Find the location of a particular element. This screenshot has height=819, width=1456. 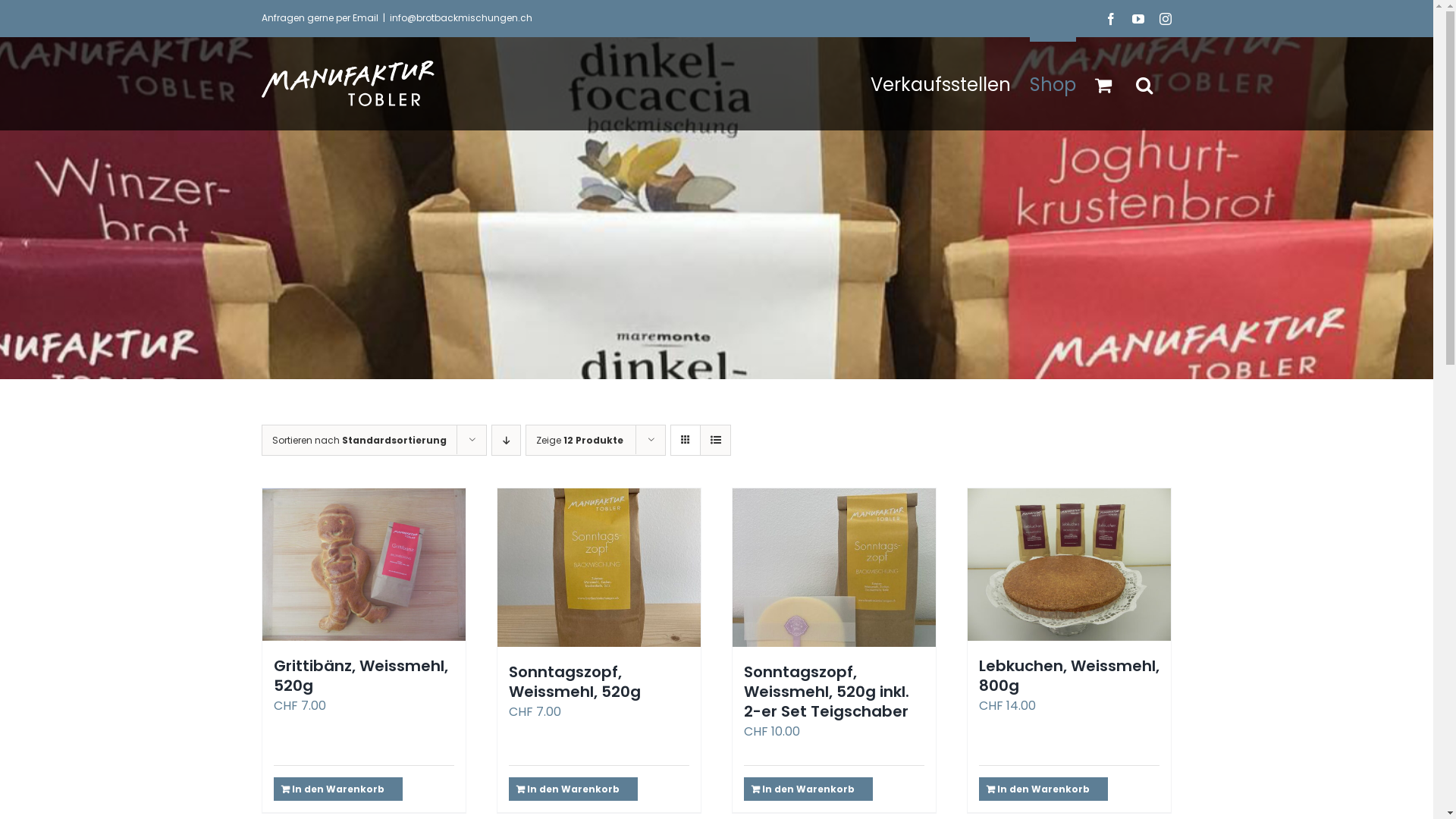

'In den Warenkorb' is located at coordinates (337, 788).